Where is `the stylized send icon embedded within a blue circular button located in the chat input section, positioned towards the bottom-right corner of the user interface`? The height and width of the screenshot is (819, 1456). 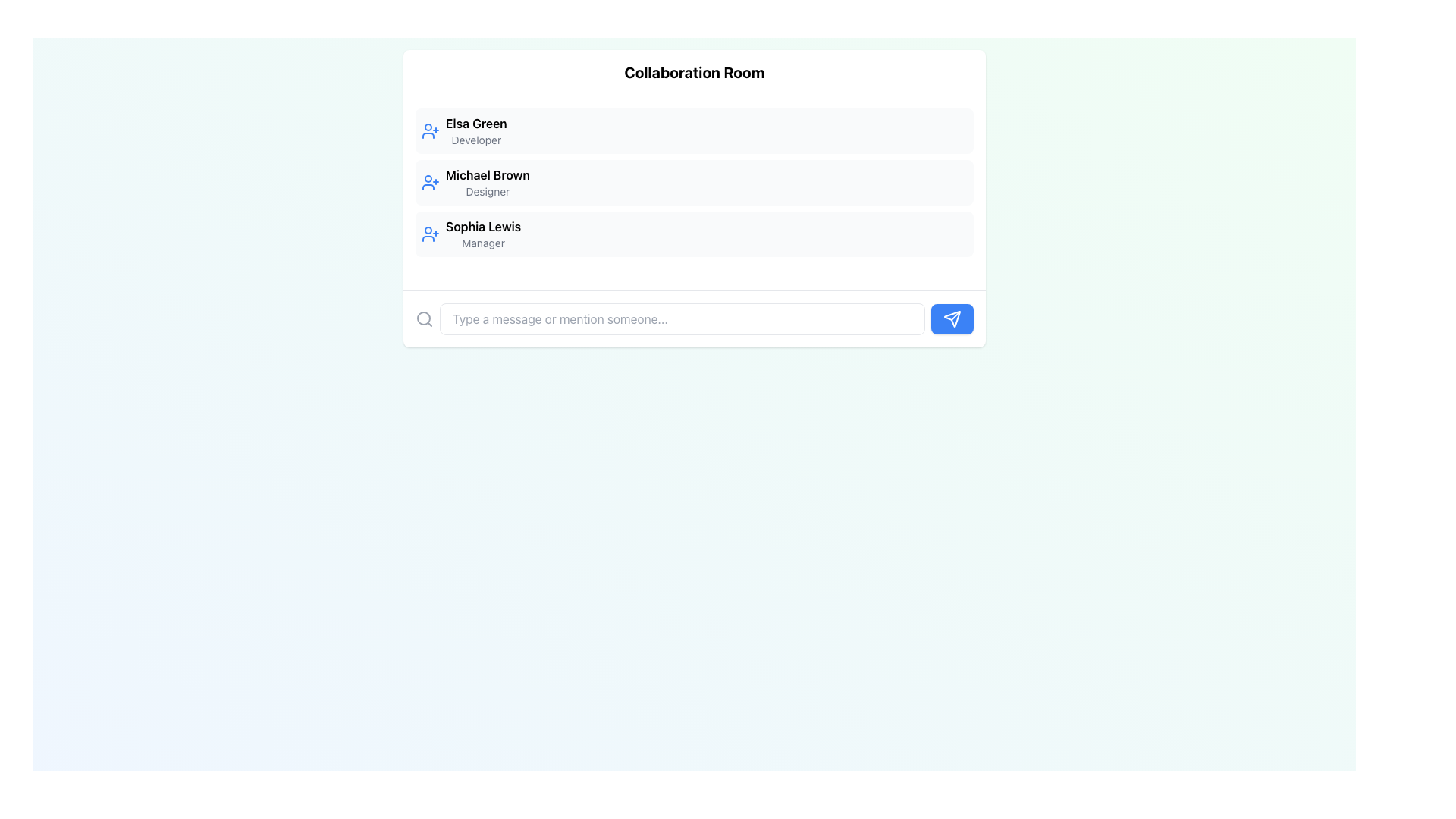
the stylized send icon embedded within a blue circular button located in the chat input section, positioned towards the bottom-right corner of the user interface is located at coordinates (952, 318).